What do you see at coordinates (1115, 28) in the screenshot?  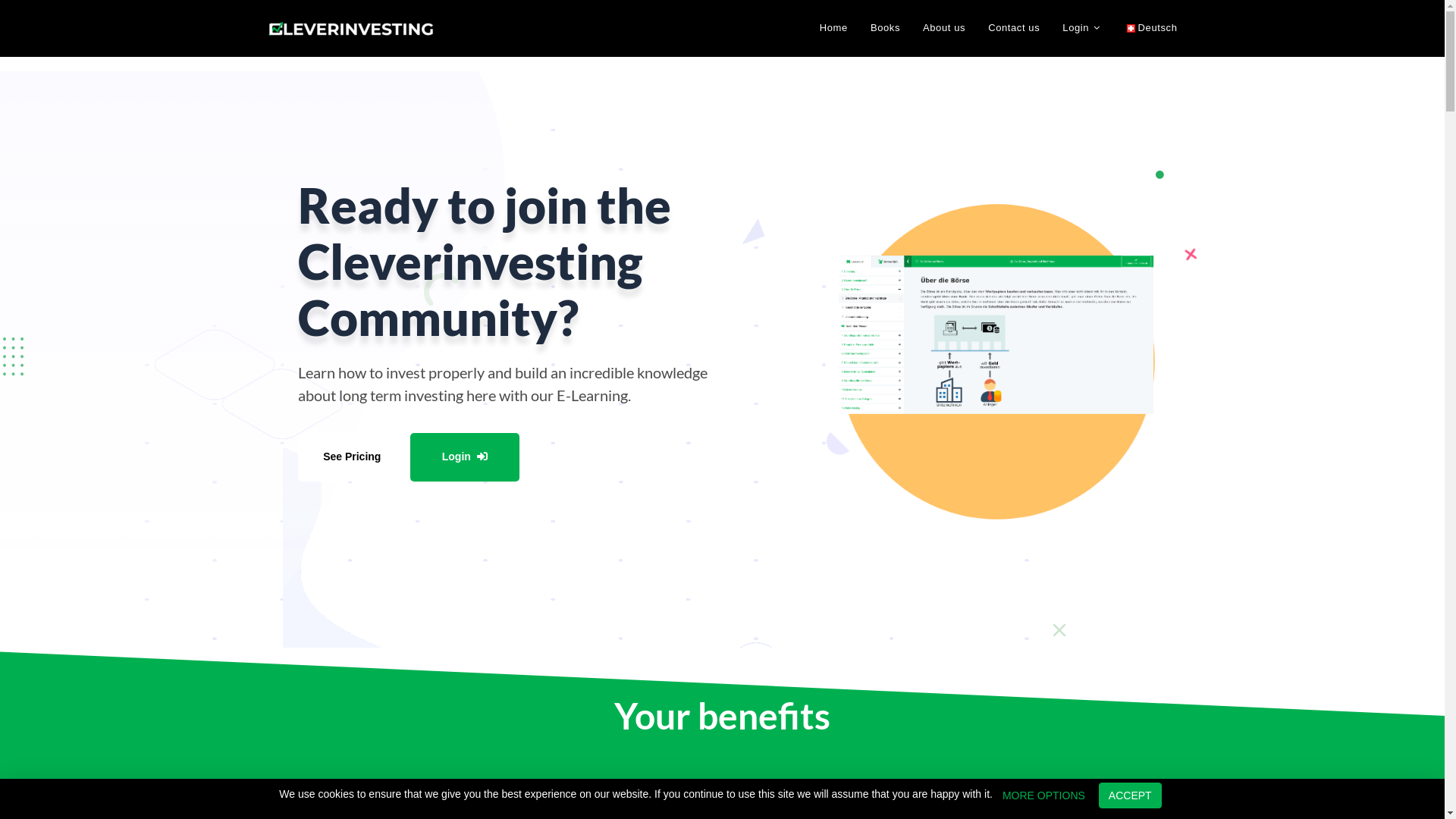 I see `'Deutsch'` at bounding box center [1115, 28].